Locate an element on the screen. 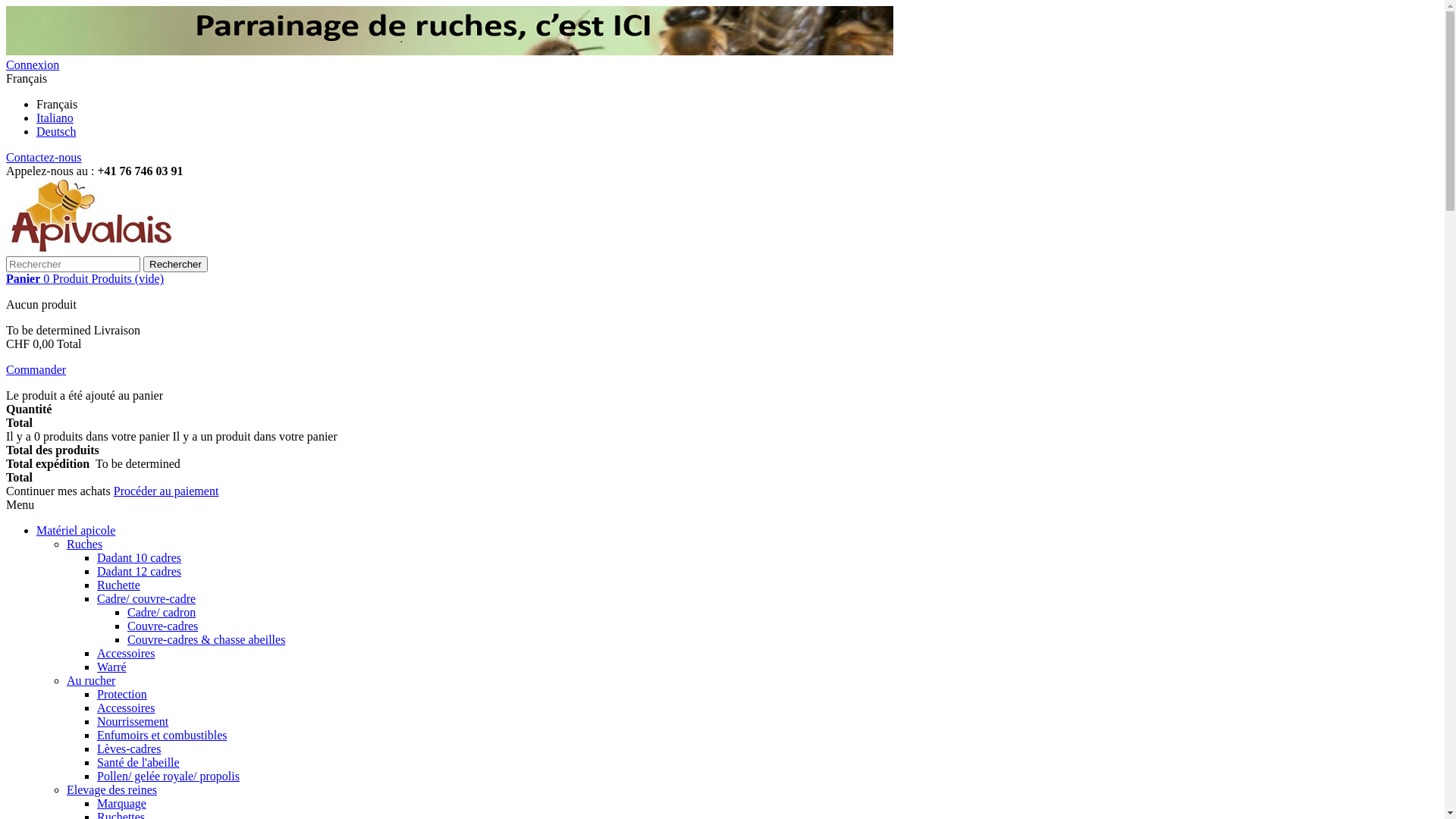 The image size is (1456, 819). 'Enfumoirs et combustibles' is located at coordinates (162, 734).